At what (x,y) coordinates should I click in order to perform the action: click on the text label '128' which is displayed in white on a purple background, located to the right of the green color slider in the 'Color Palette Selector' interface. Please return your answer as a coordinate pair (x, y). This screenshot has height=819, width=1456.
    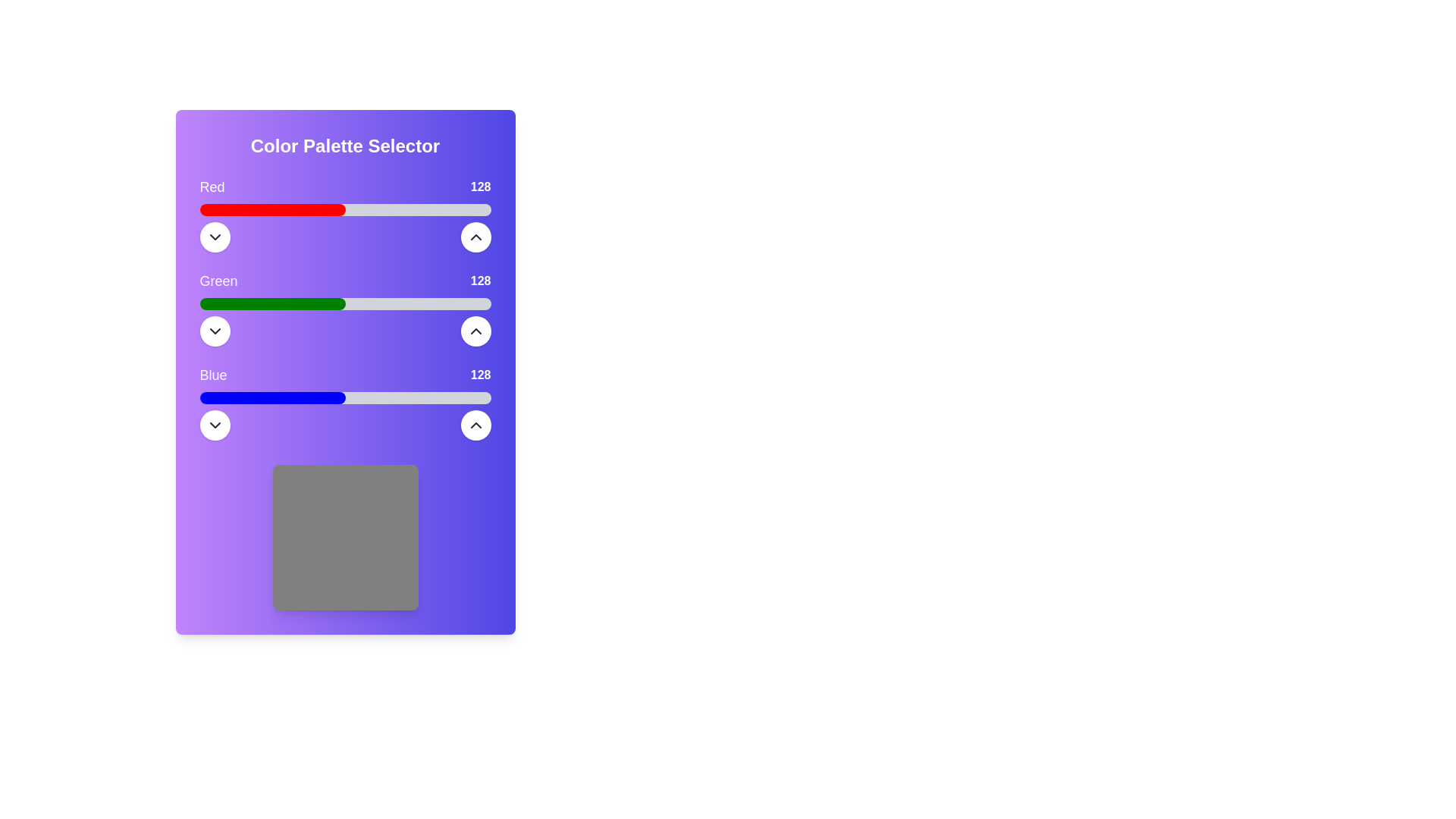
    Looking at the image, I should click on (480, 281).